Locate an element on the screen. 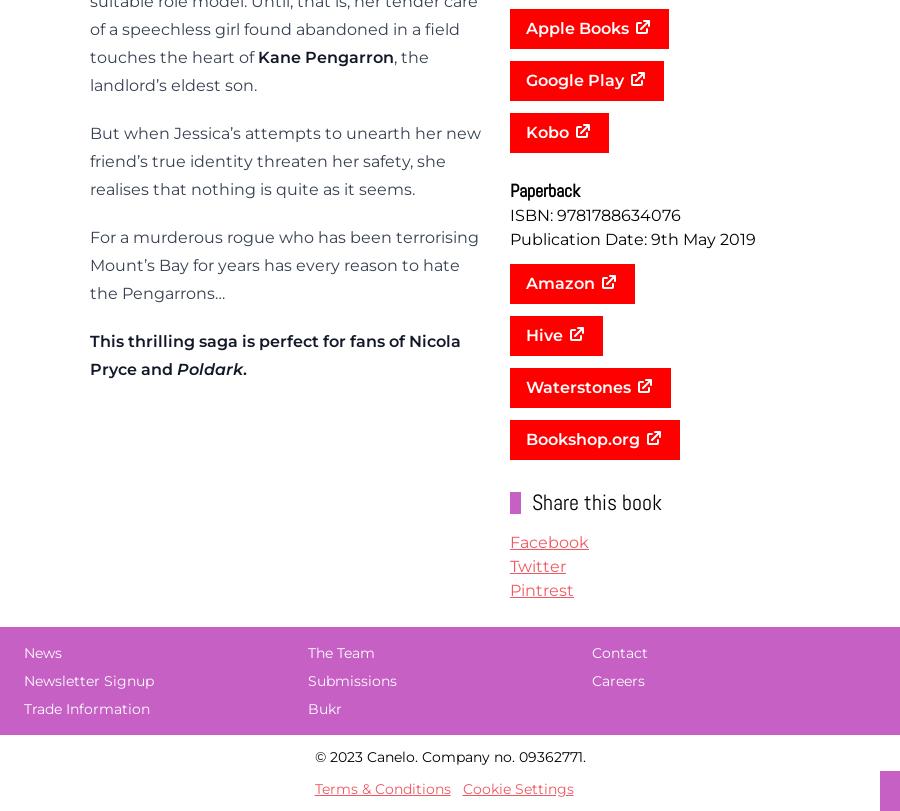 Image resolution: width=900 pixels, height=811 pixels. 'Amazon' is located at coordinates (559, 283).